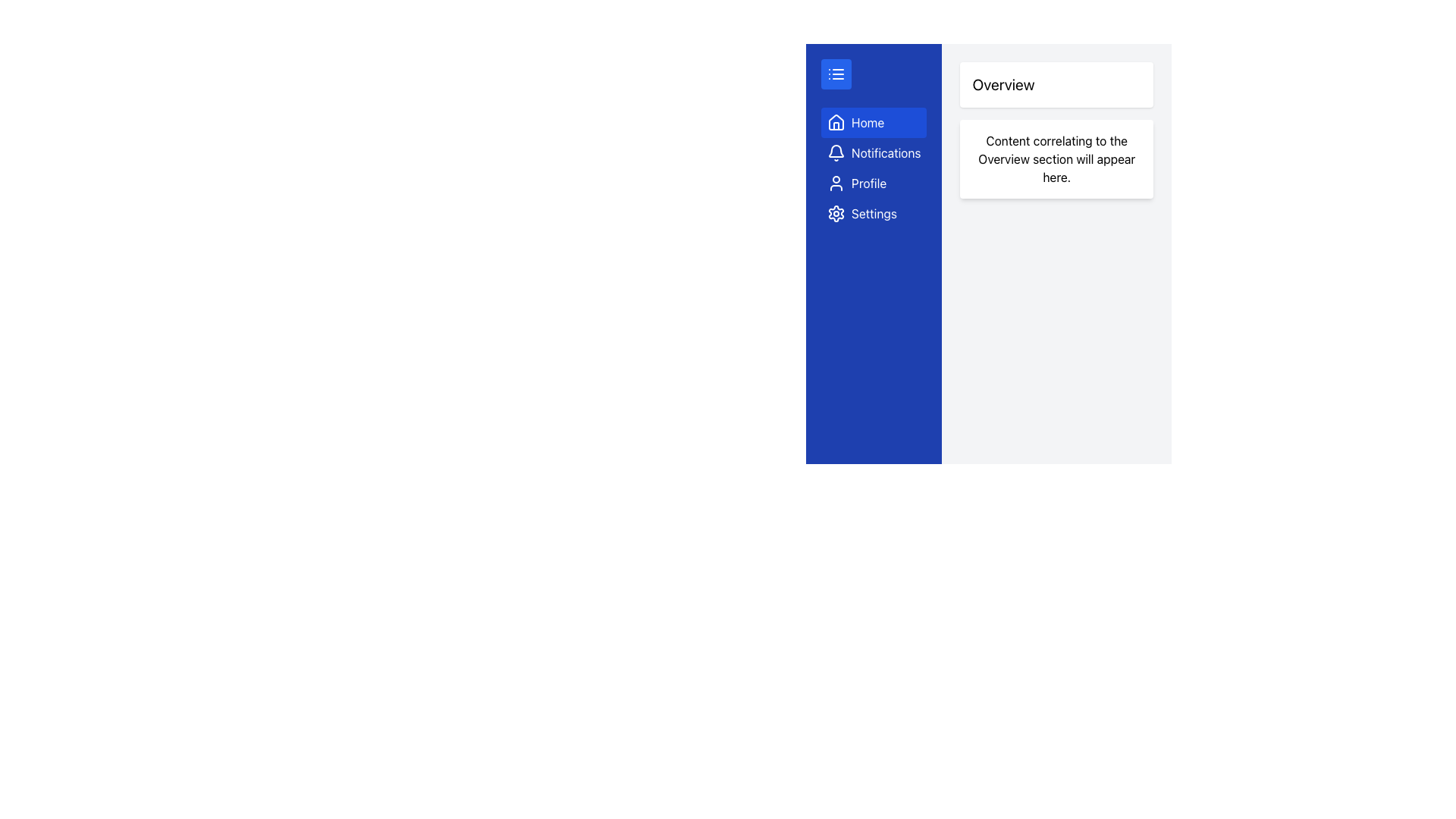 This screenshot has height=819, width=1456. Describe the element at coordinates (874, 213) in the screenshot. I see `the 'Settings' text label located in the vertical navigation bar on the left side of the layout, positioned at the fourth entry with a white font on a dark blue background` at that location.